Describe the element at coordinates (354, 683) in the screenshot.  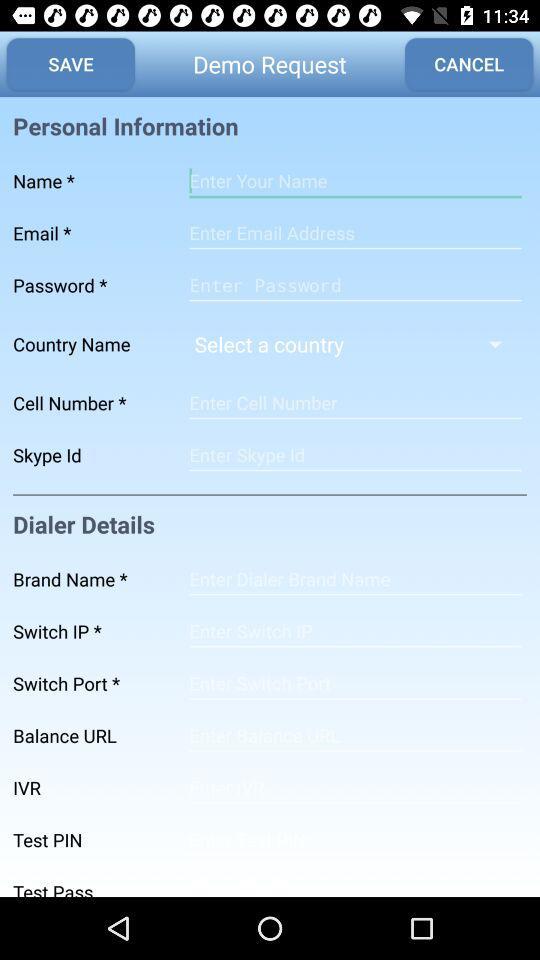
I see `write switch port` at that location.